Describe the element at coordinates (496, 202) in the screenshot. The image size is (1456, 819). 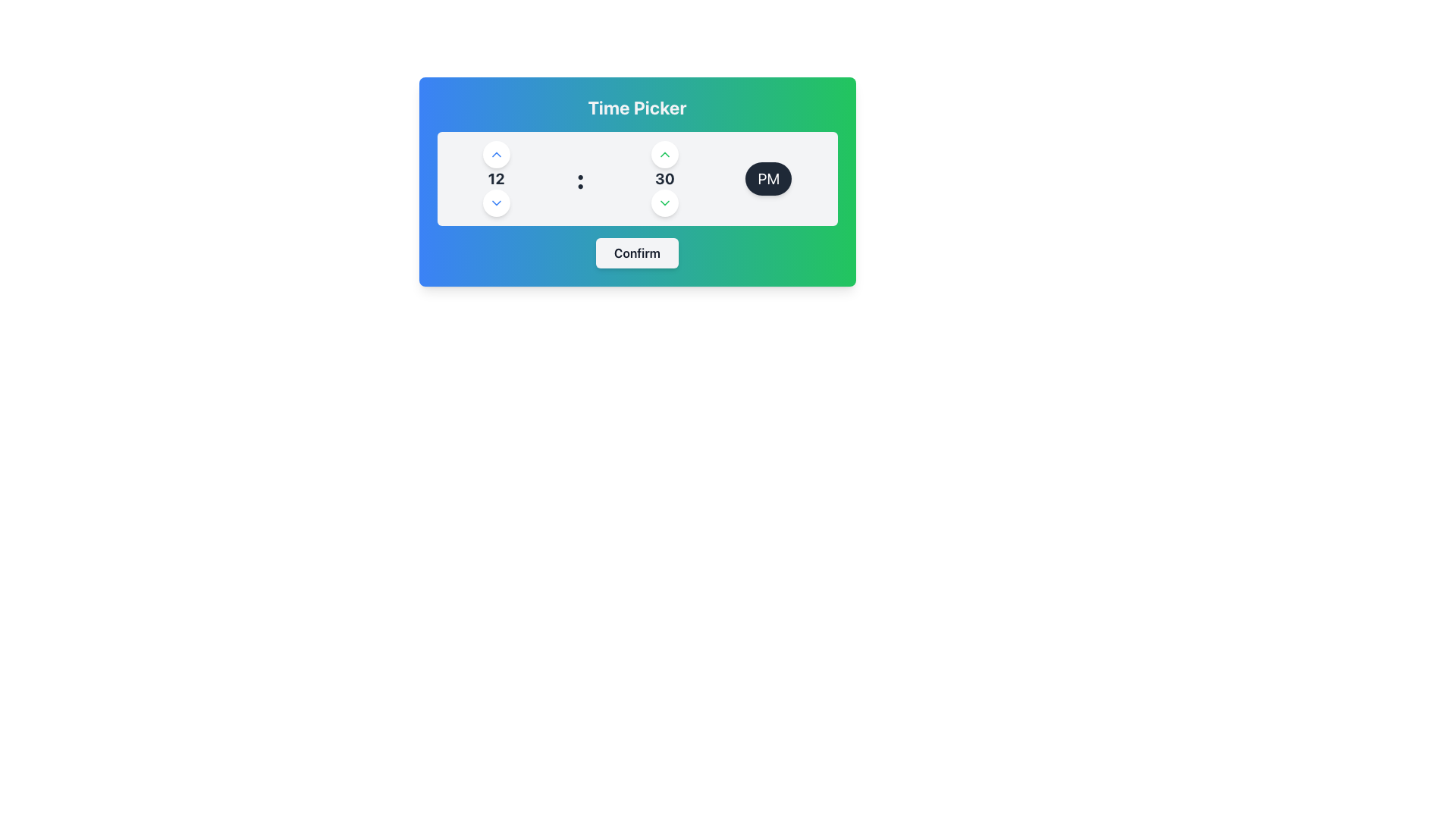
I see `the lower button in the time picker interface, located near the number '12', to trigger hover effects` at that location.